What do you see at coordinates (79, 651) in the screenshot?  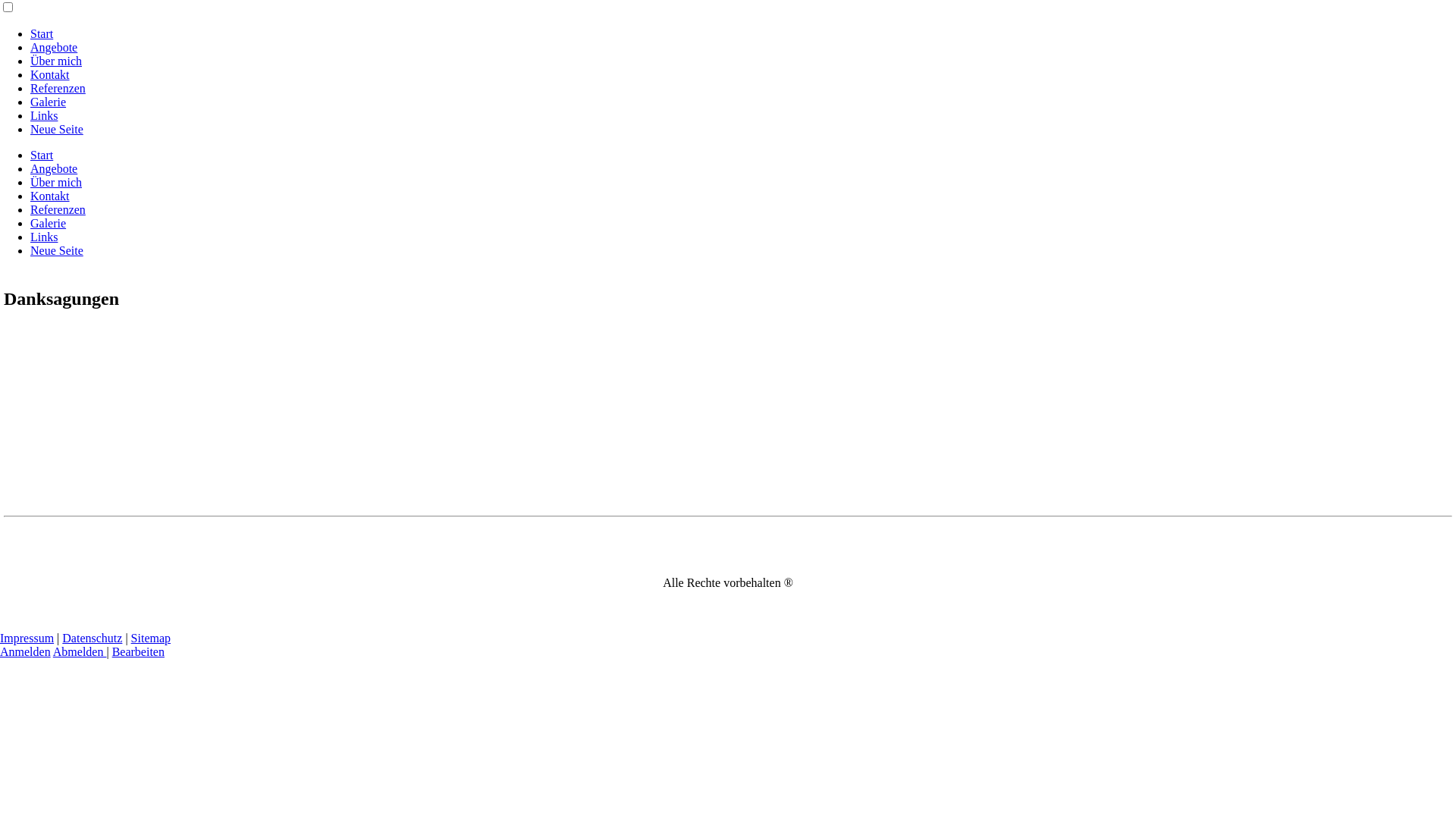 I see `'Abmelden'` at bounding box center [79, 651].